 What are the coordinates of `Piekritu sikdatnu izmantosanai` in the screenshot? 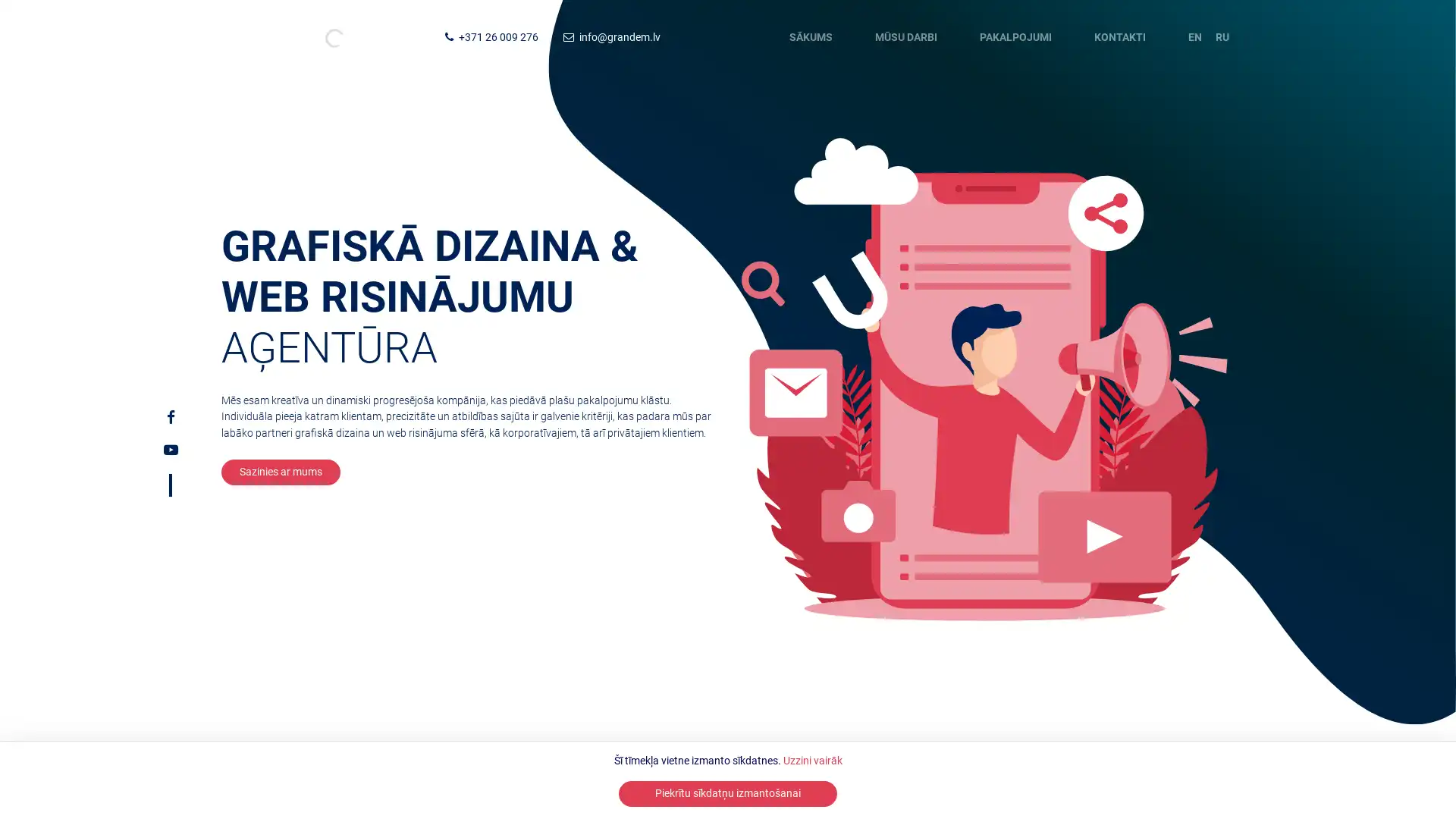 It's located at (728, 792).